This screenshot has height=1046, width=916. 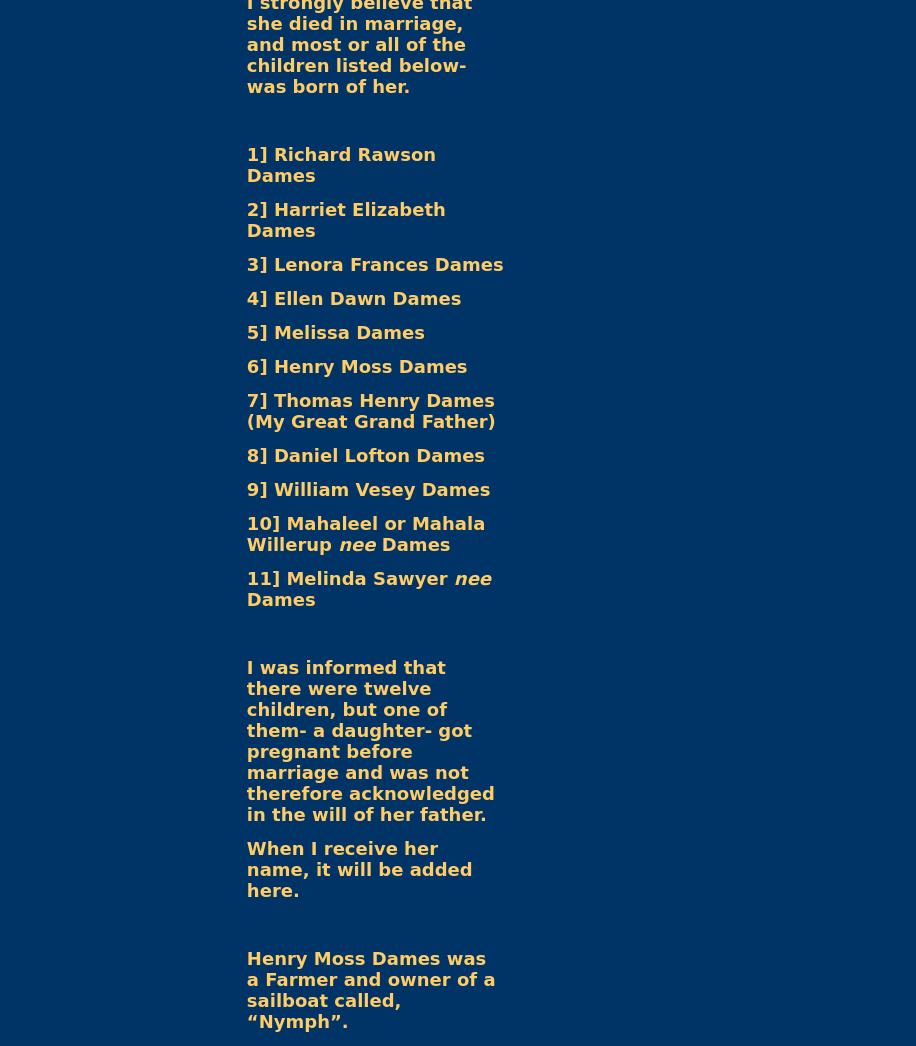 What do you see at coordinates (358, 868) in the screenshot?
I see `'When I receive her name, it will be added here.'` at bounding box center [358, 868].